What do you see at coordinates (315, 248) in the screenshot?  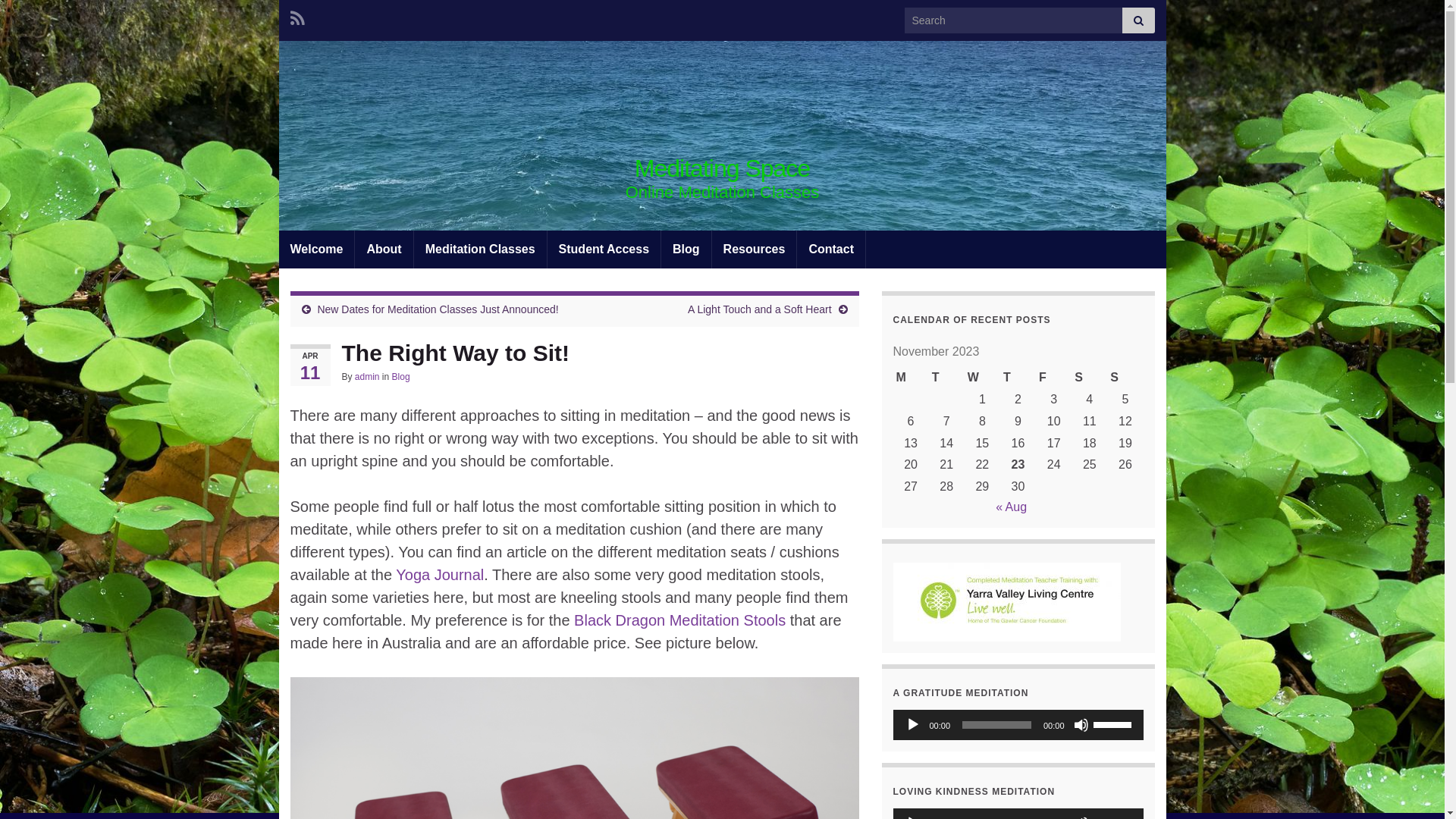 I see `'Welcome'` at bounding box center [315, 248].